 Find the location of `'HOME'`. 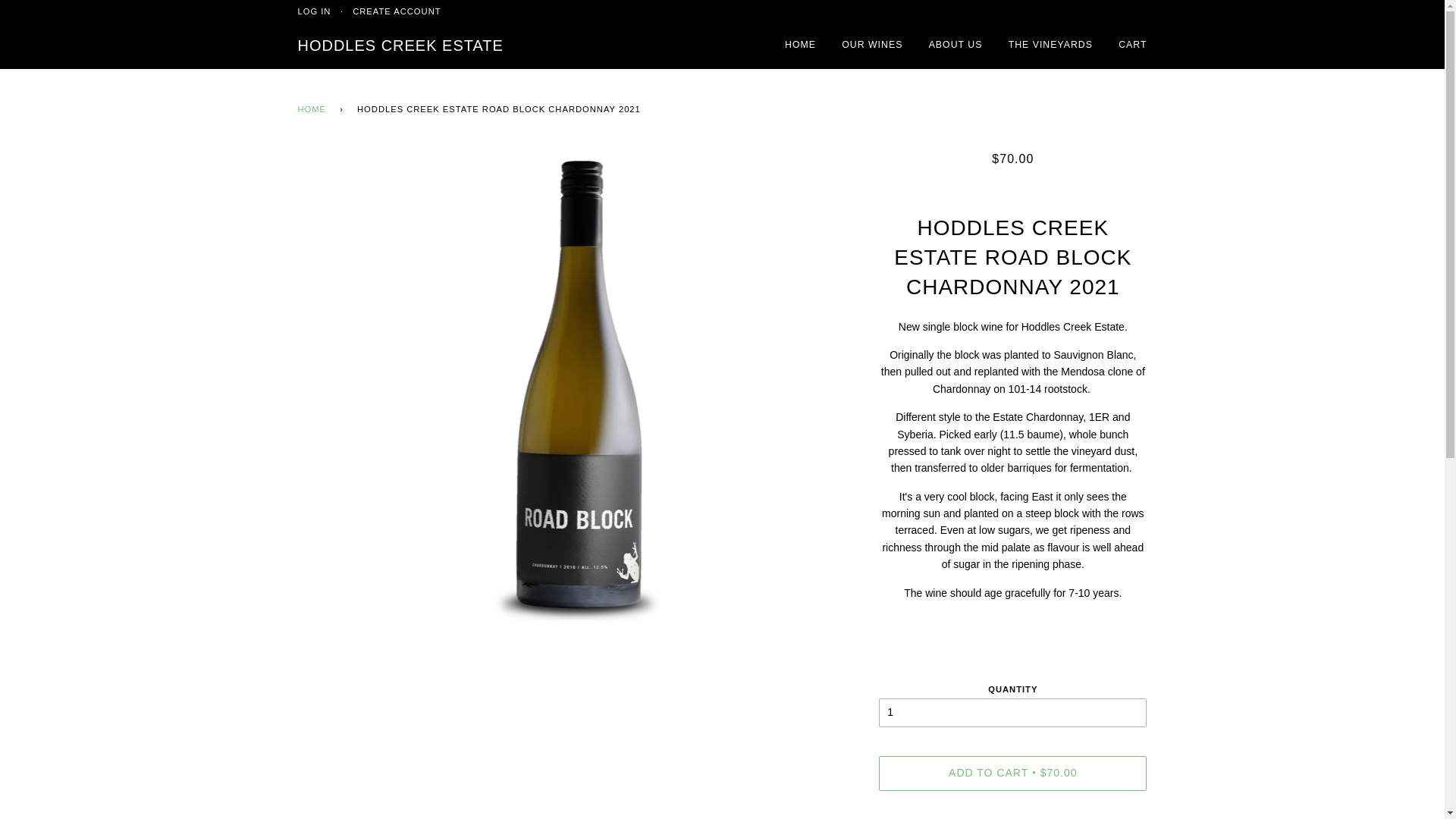

'HOME' is located at coordinates (313, 109).